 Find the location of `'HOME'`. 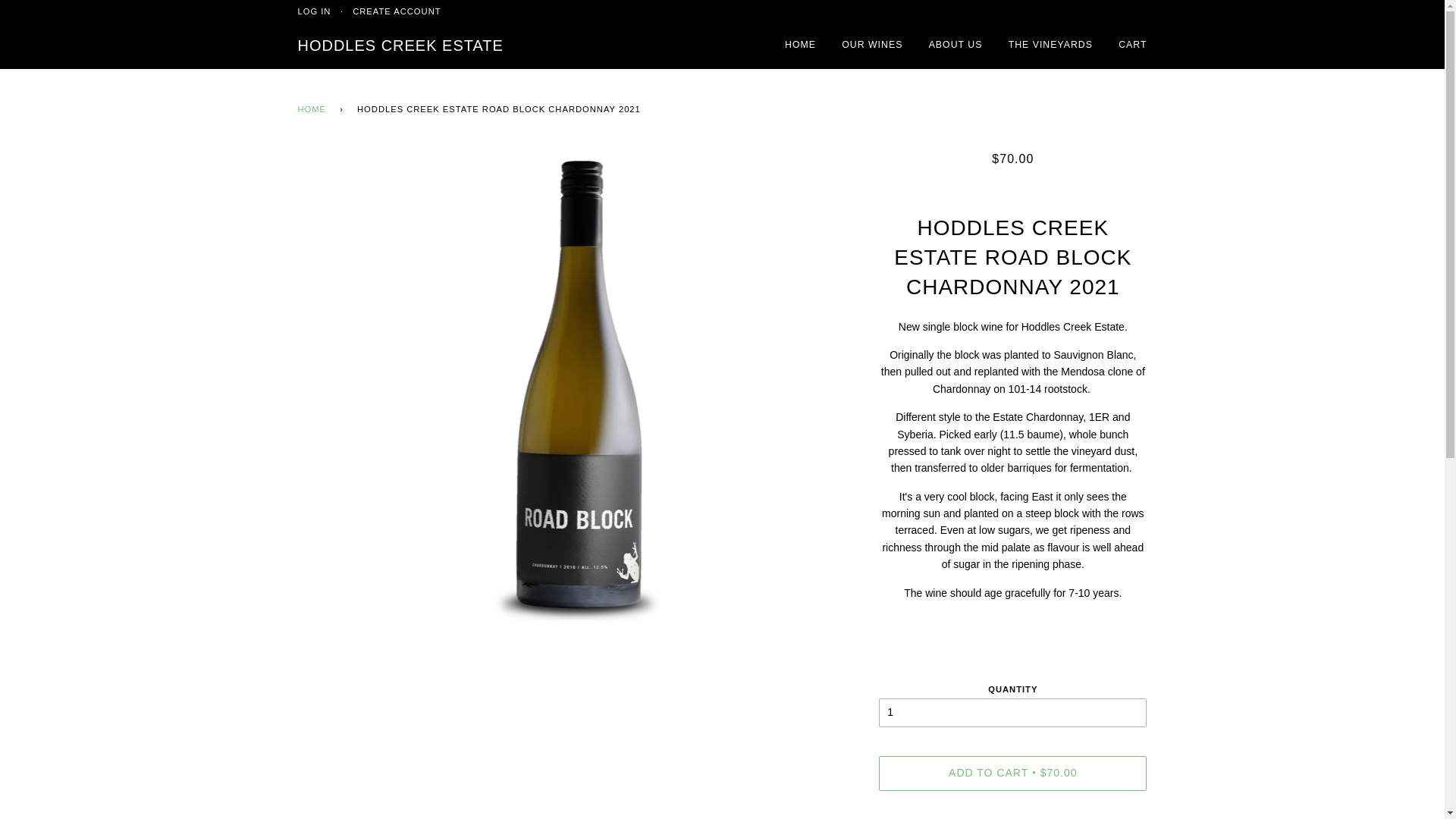

'HOME' is located at coordinates (313, 109).